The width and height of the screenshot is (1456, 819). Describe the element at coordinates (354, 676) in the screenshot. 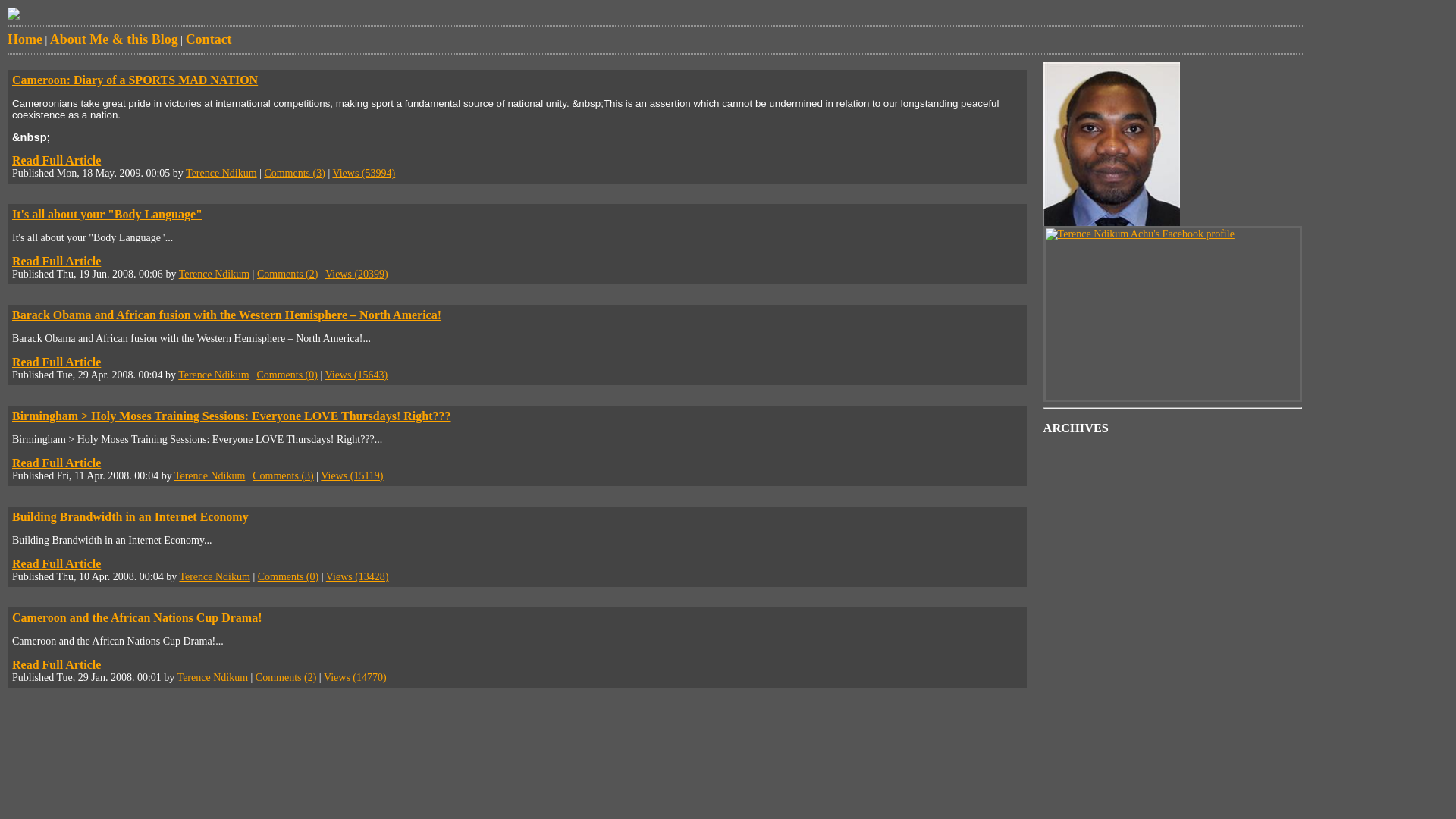

I see `'Views (14770)'` at that location.